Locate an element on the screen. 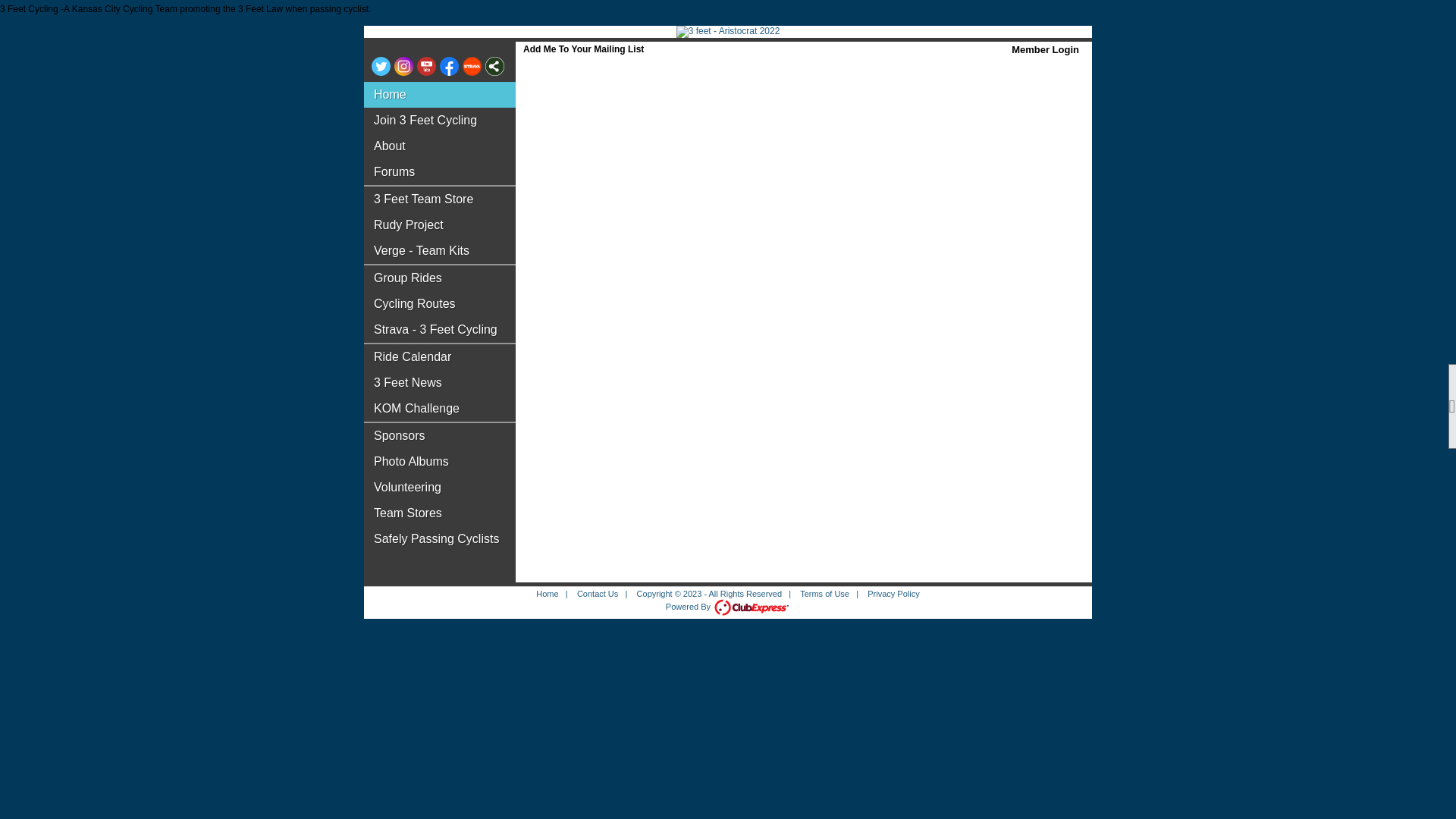 The height and width of the screenshot is (819, 1456). 'About' is located at coordinates (439, 146).